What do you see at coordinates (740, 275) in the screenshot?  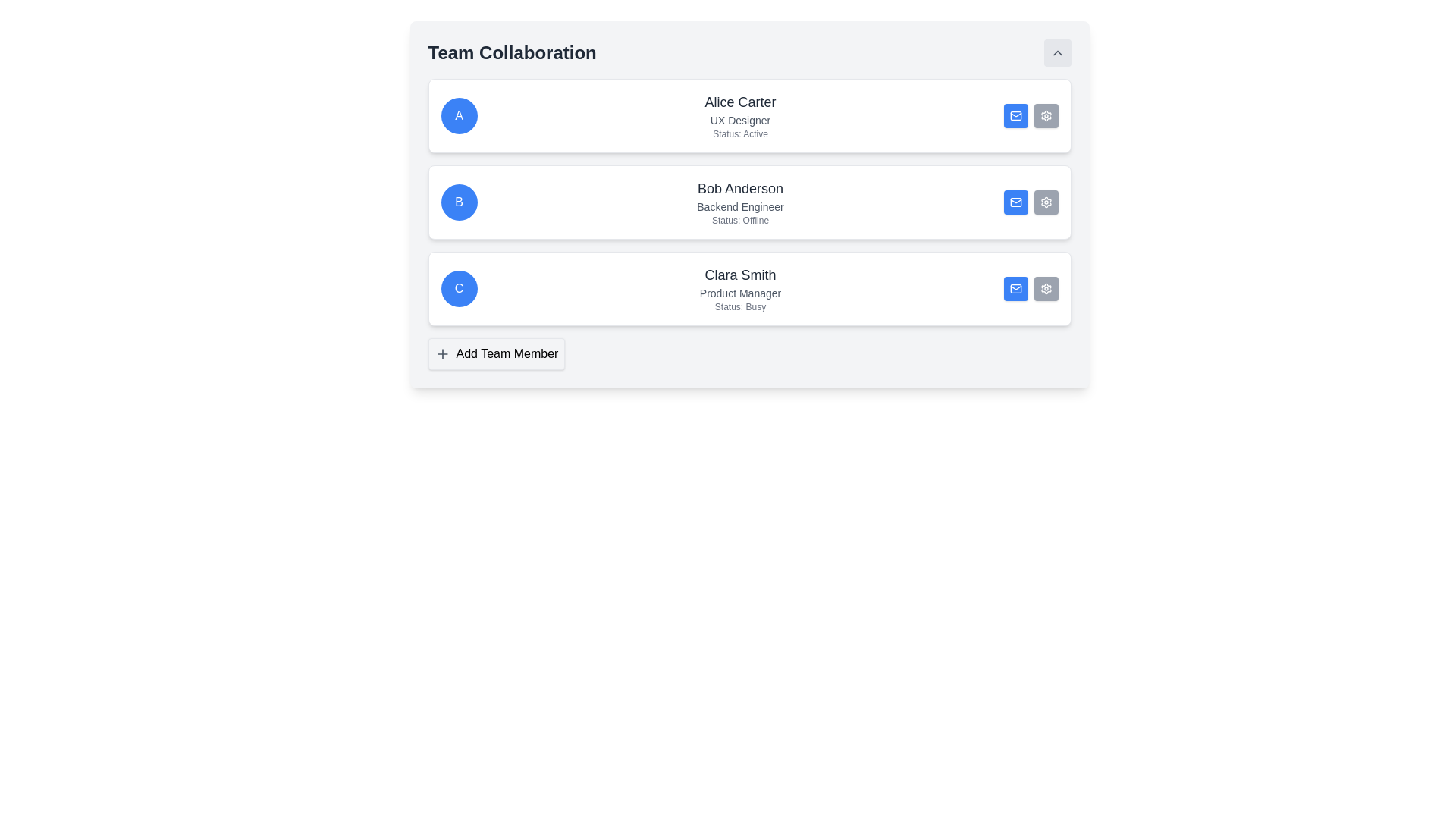 I see `name displayed in the text label that shows 'Clara Smith', located above 'Product Manager' and 'Status: Busy' within the third card of the 'Team Collaboration' list` at bounding box center [740, 275].